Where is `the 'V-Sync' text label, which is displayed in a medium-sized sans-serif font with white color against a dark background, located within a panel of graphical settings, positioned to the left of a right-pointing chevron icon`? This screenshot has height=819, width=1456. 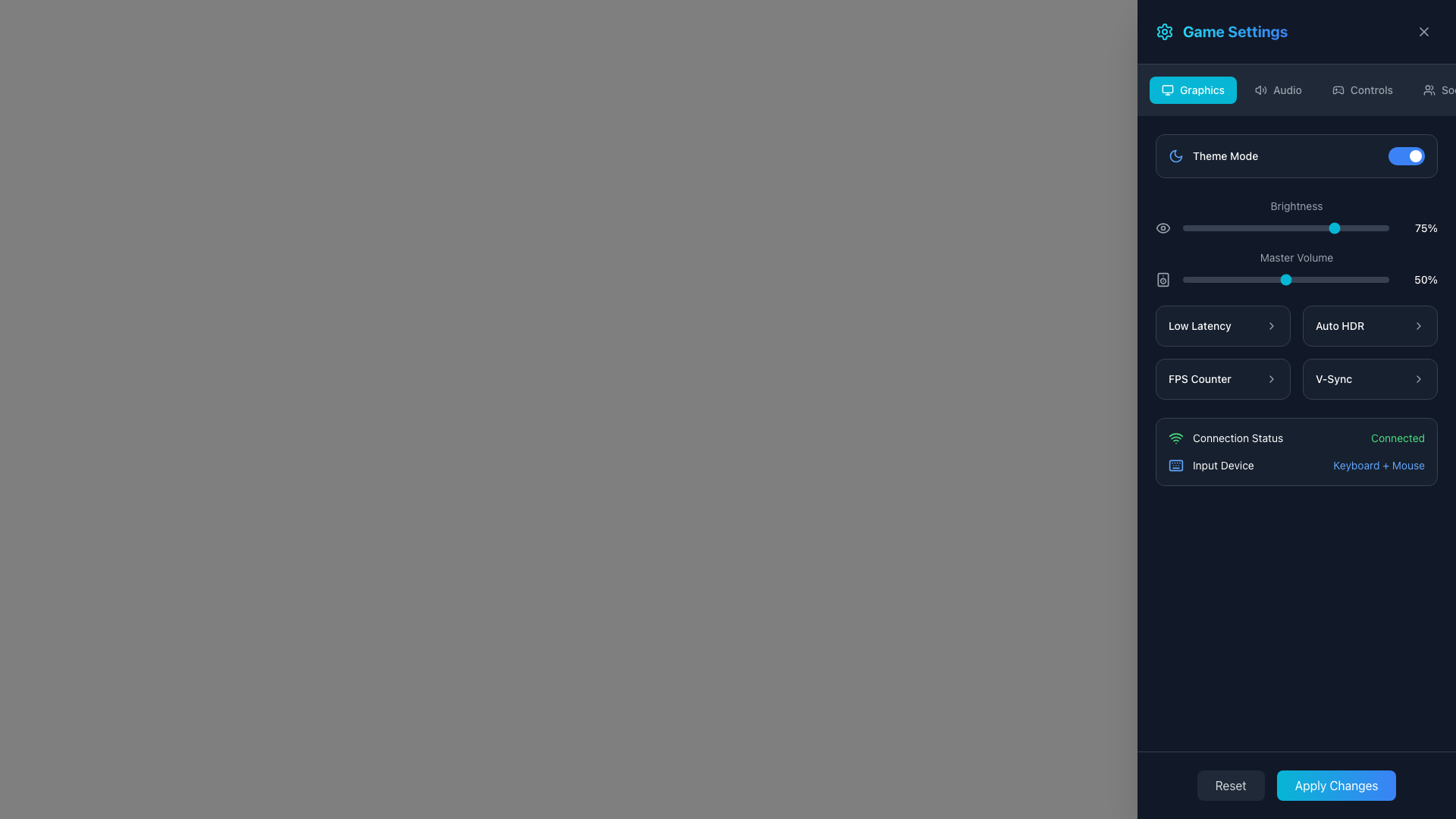
the 'V-Sync' text label, which is displayed in a medium-sized sans-serif font with white color against a dark background, located within a panel of graphical settings, positioned to the left of a right-pointing chevron icon is located at coordinates (1333, 378).